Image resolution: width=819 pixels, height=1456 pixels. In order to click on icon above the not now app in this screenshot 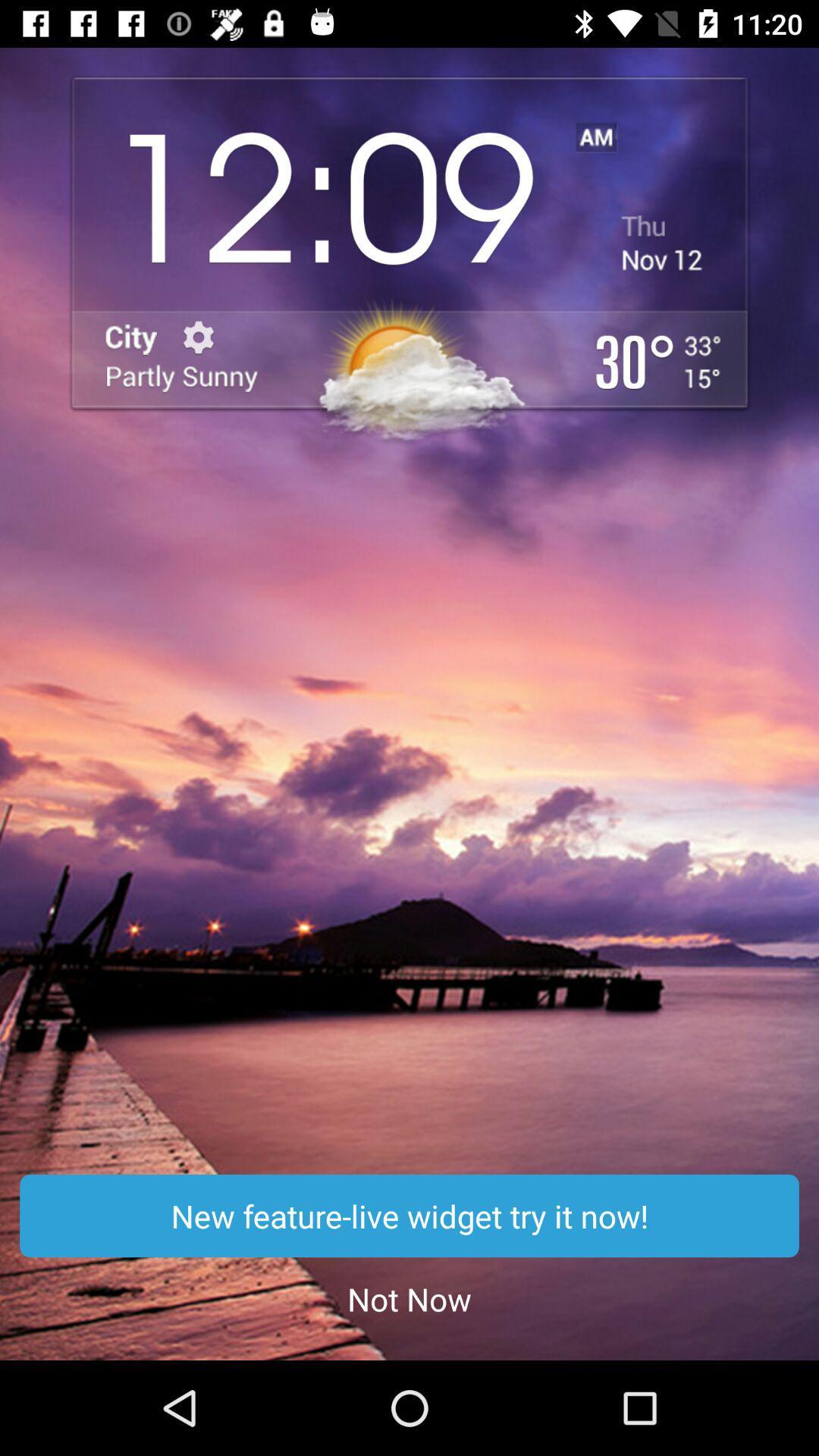, I will do `click(409, 1216)`.